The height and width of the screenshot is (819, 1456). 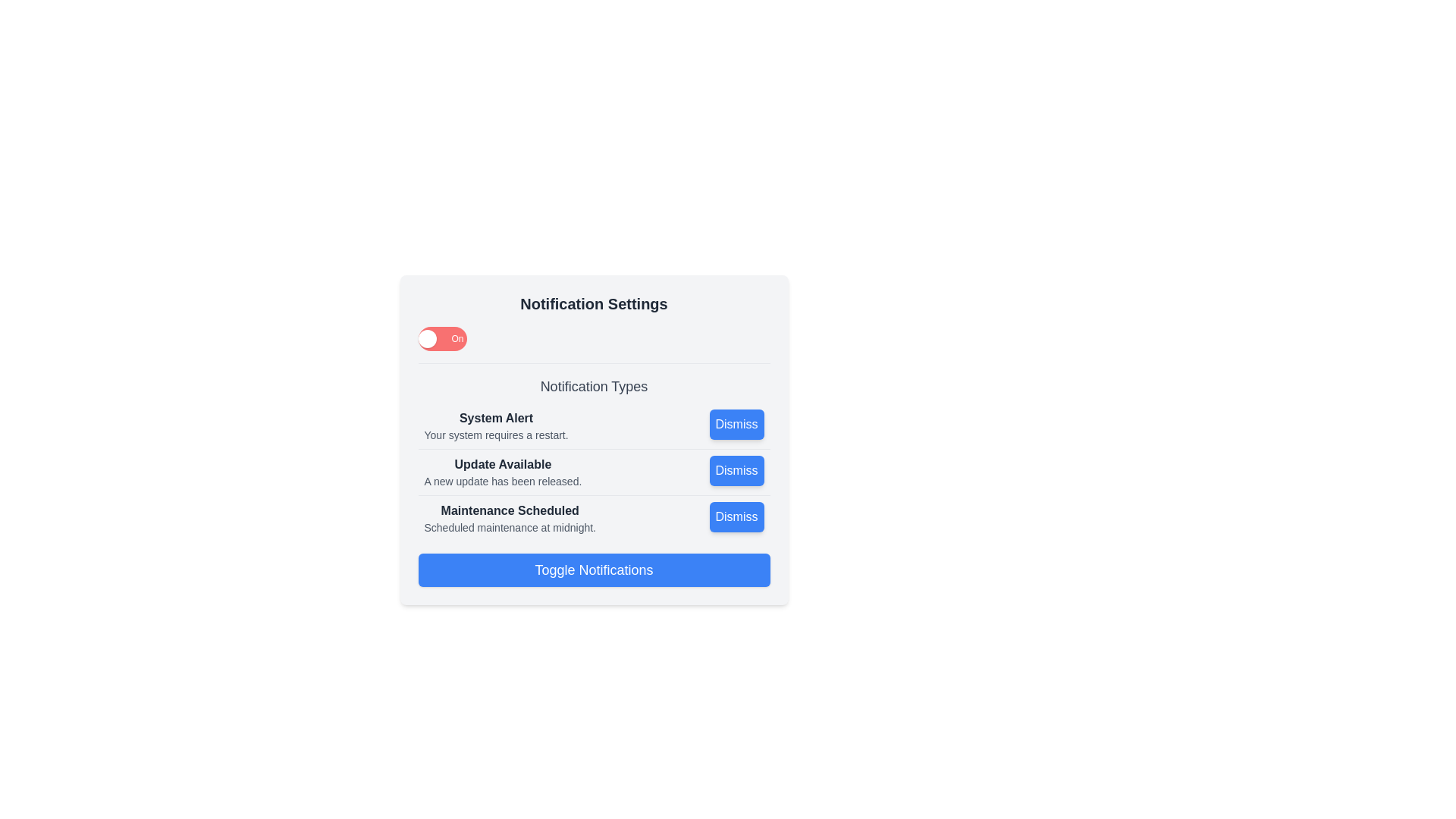 I want to click on the dismiss button located on the far right of the 'System Alert' notification row, so click(x=736, y=424).